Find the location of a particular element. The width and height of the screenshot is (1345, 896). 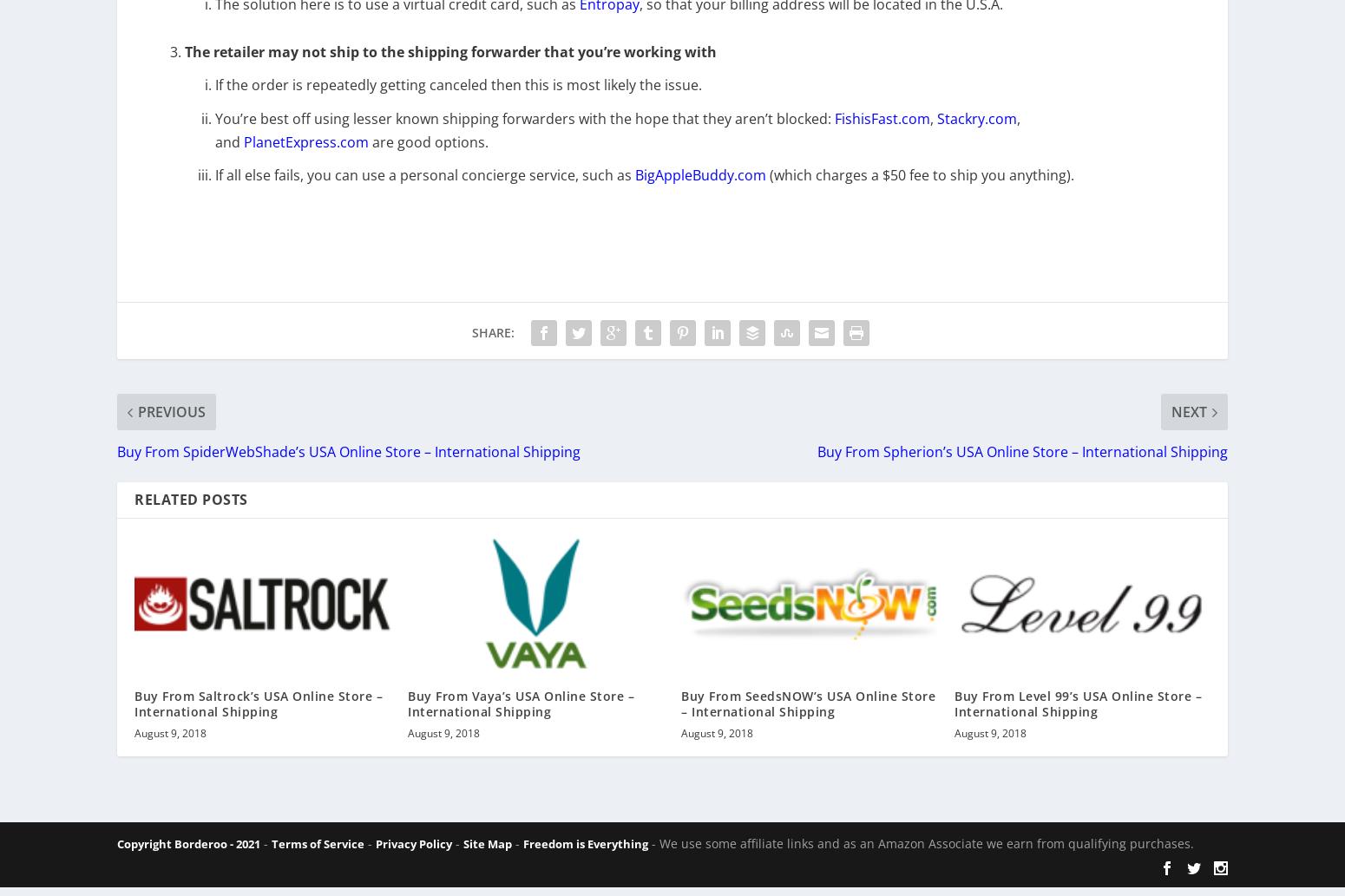

'Buy From SeedsNOW’s USA Online Store – International Shipping' is located at coordinates (680, 716).